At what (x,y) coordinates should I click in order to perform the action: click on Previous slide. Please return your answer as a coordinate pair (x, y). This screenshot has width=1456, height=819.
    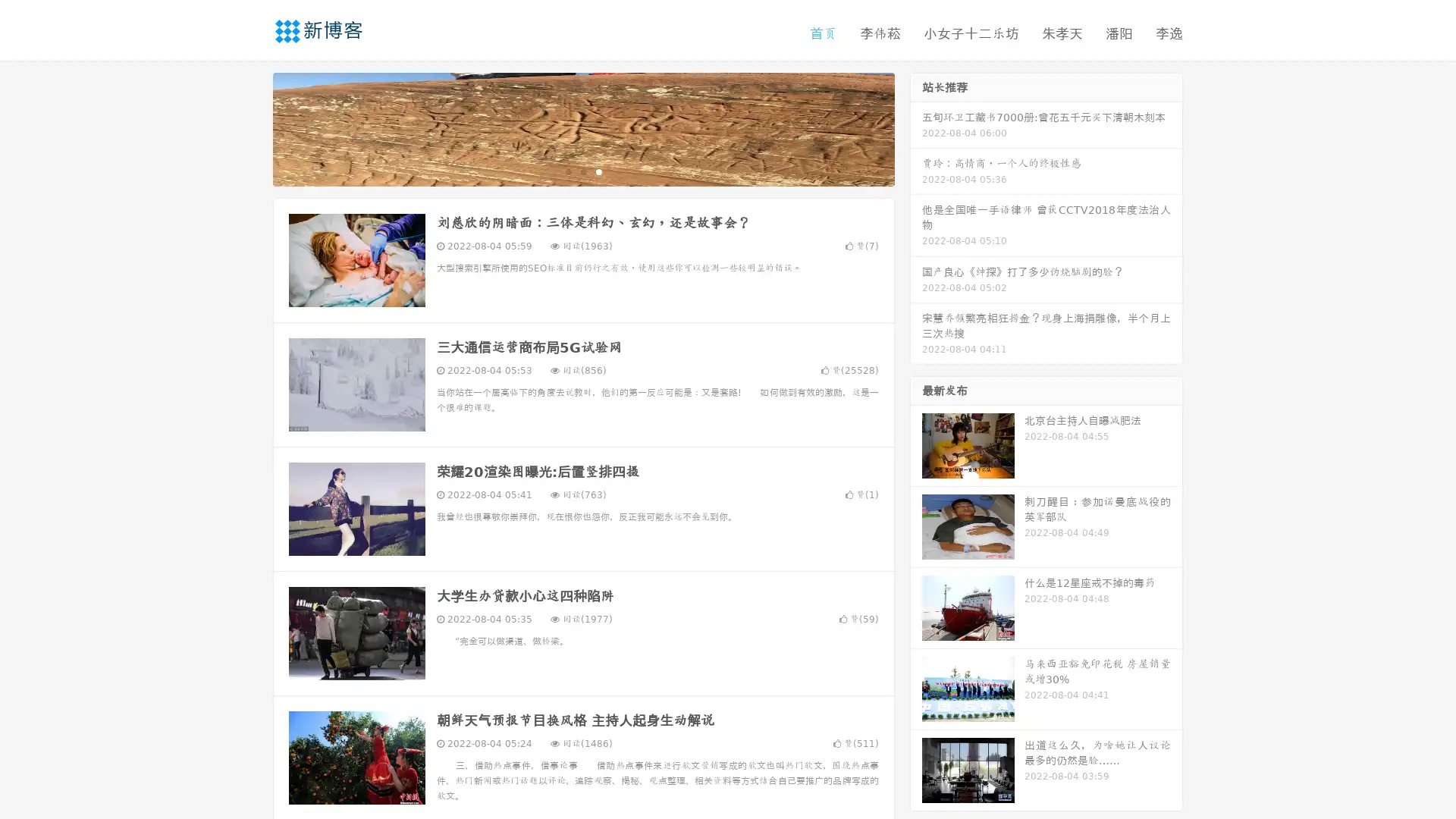
    Looking at the image, I should click on (250, 127).